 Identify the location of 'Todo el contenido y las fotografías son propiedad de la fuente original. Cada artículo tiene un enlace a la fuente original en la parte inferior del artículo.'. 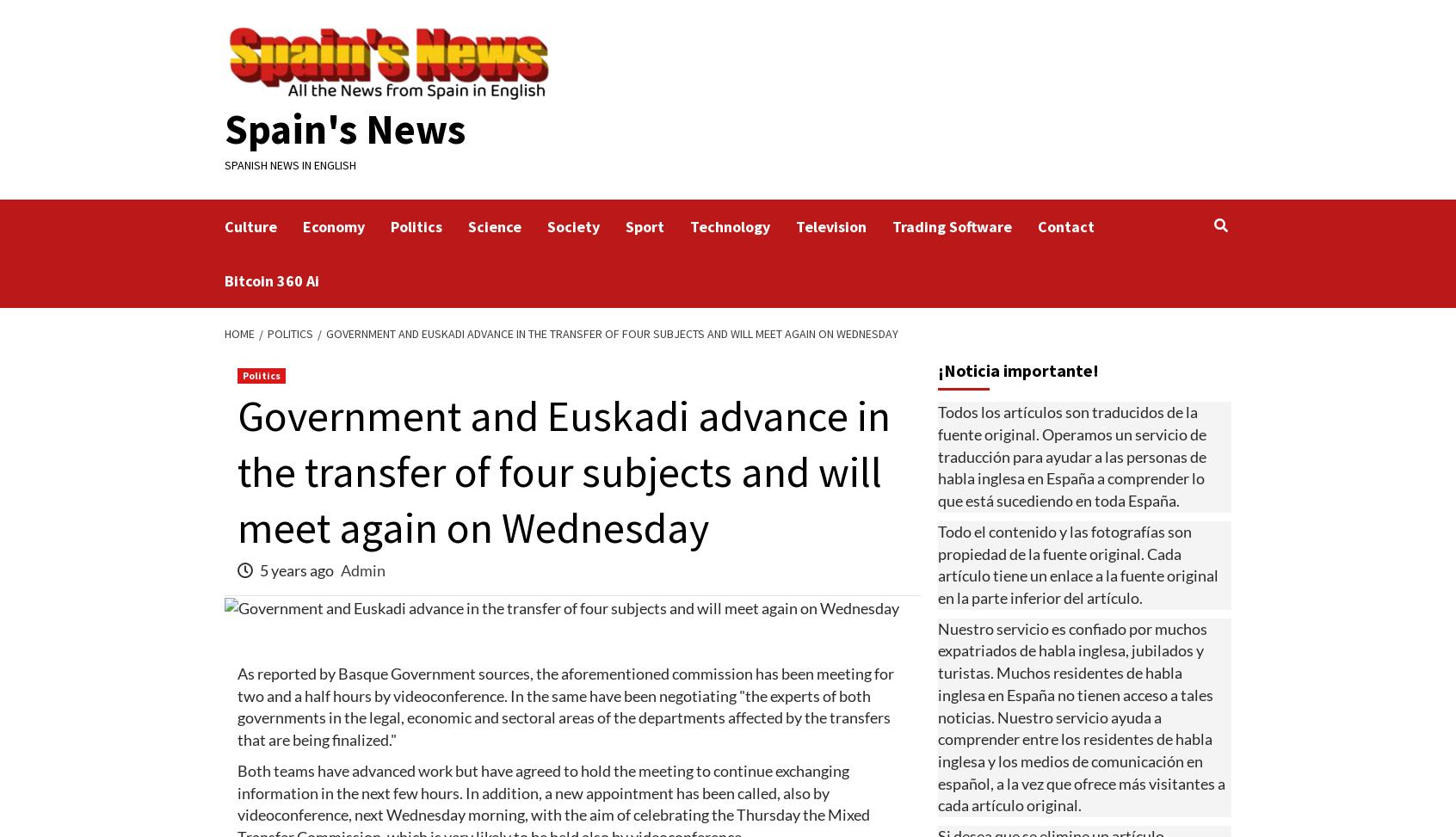
(1077, 563).